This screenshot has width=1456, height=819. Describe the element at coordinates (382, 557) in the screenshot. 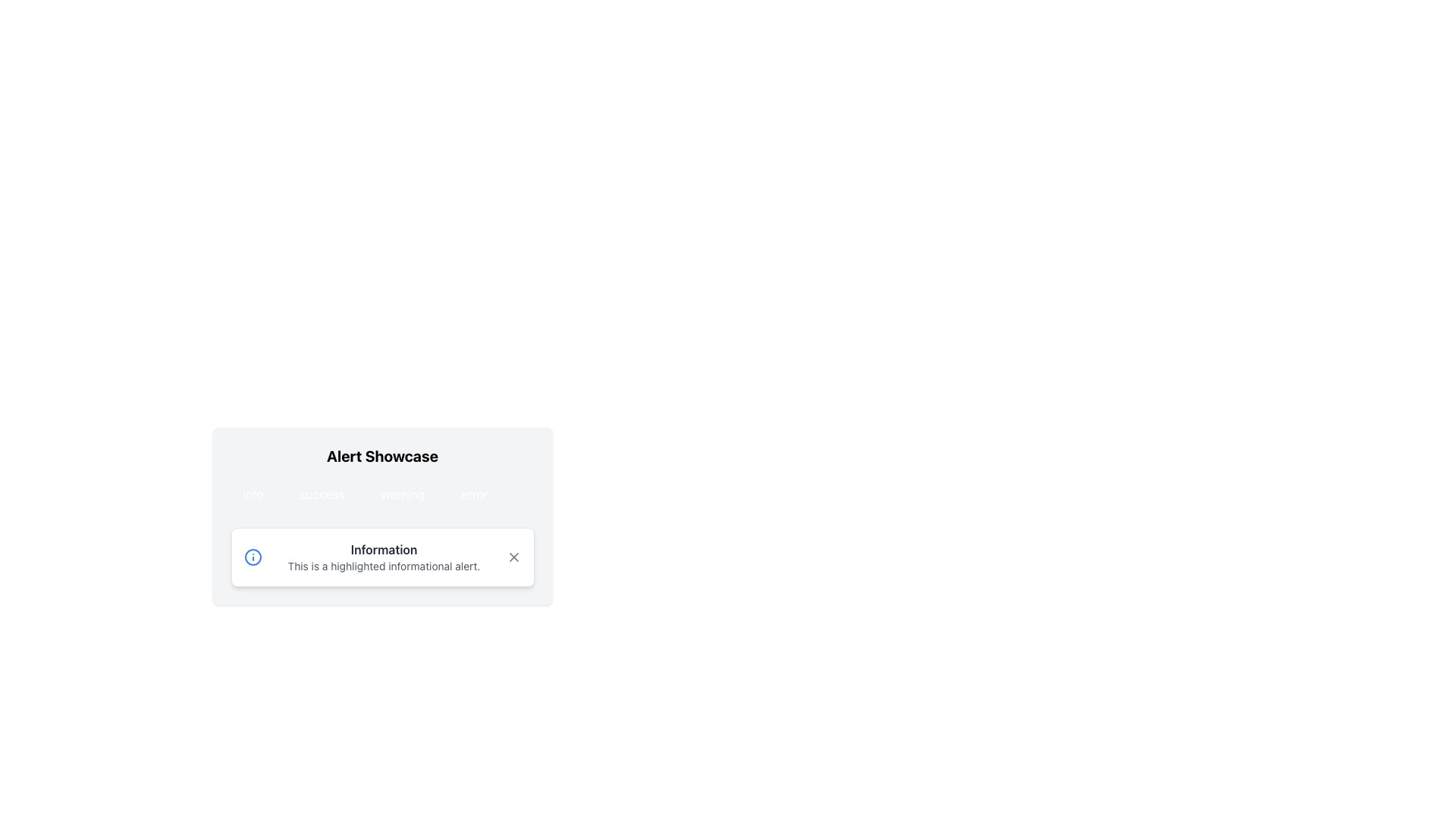

I see `alert message of the Informational alert component titled 'Information' which displays 'This is a highlighted informational alert.'` at that location.